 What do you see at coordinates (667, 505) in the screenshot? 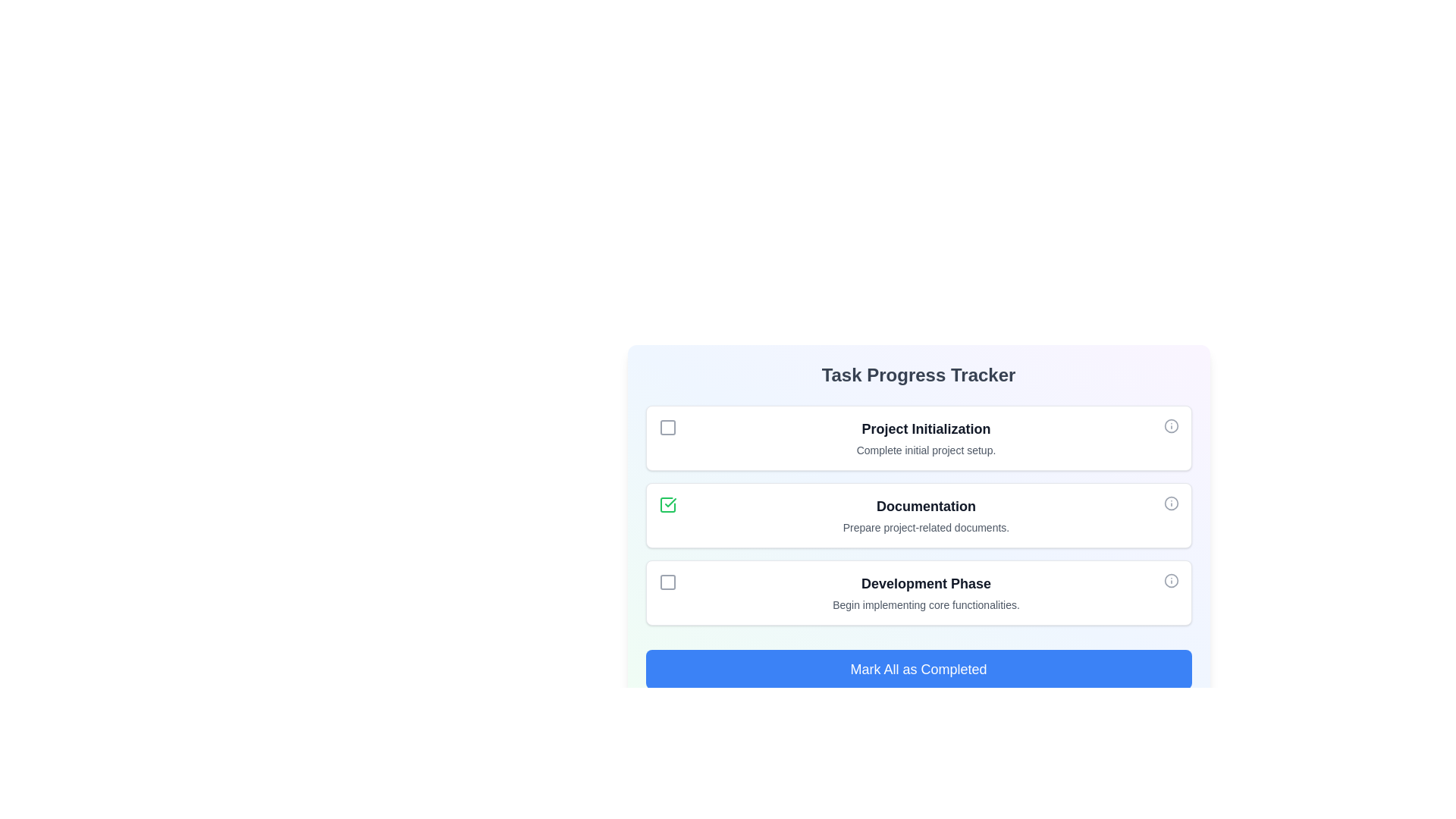
I see `the second checkbox in the vertical list of tasks` at bounding box center [667, 505].